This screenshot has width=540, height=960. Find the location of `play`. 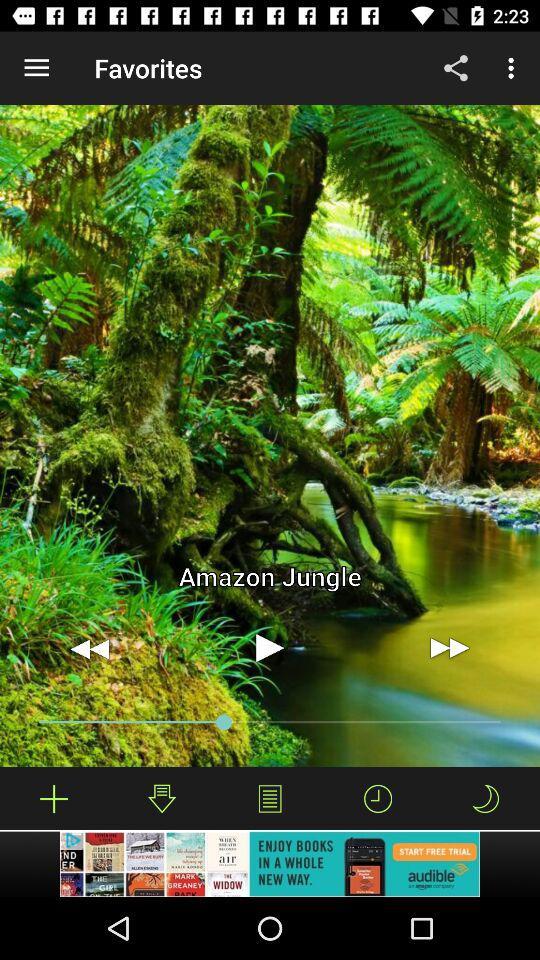

play is located at coordinates (270, 647).